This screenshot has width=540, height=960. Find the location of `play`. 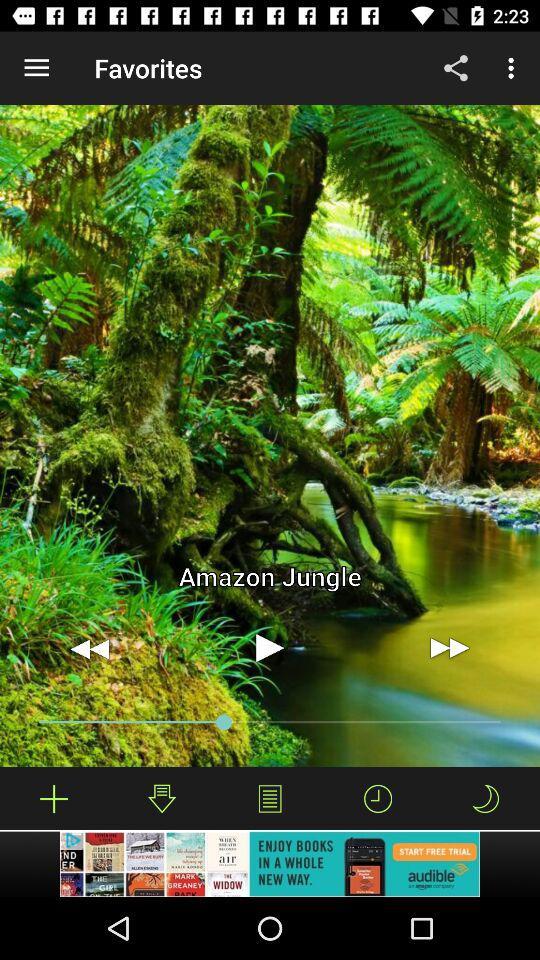

play is located at coordinates (270, 647).